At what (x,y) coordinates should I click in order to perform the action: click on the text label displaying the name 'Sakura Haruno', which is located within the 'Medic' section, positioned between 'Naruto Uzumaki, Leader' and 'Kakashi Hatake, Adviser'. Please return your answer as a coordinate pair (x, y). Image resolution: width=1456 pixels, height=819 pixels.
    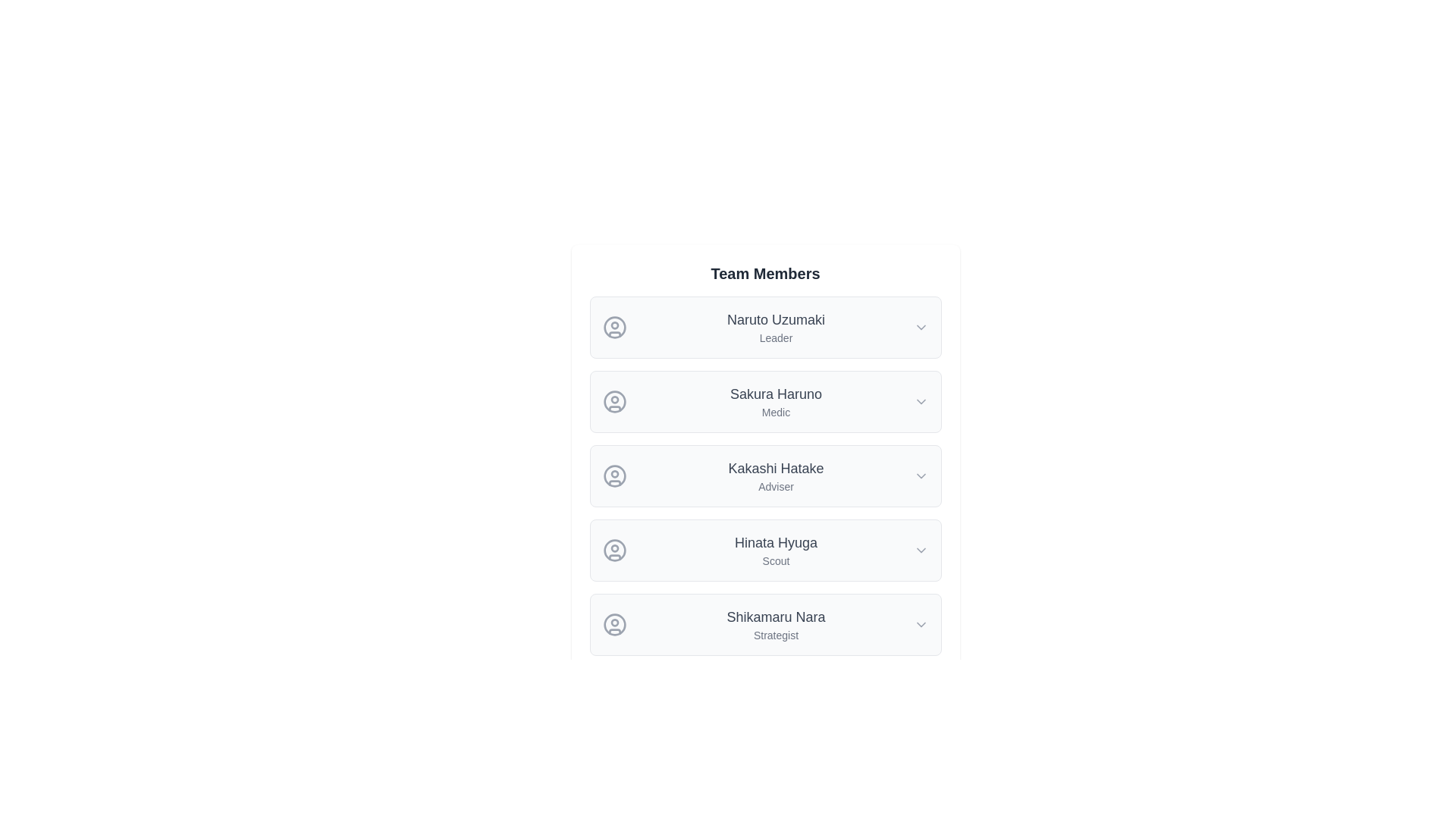
    Looking at the image, I should click on (776, 394).